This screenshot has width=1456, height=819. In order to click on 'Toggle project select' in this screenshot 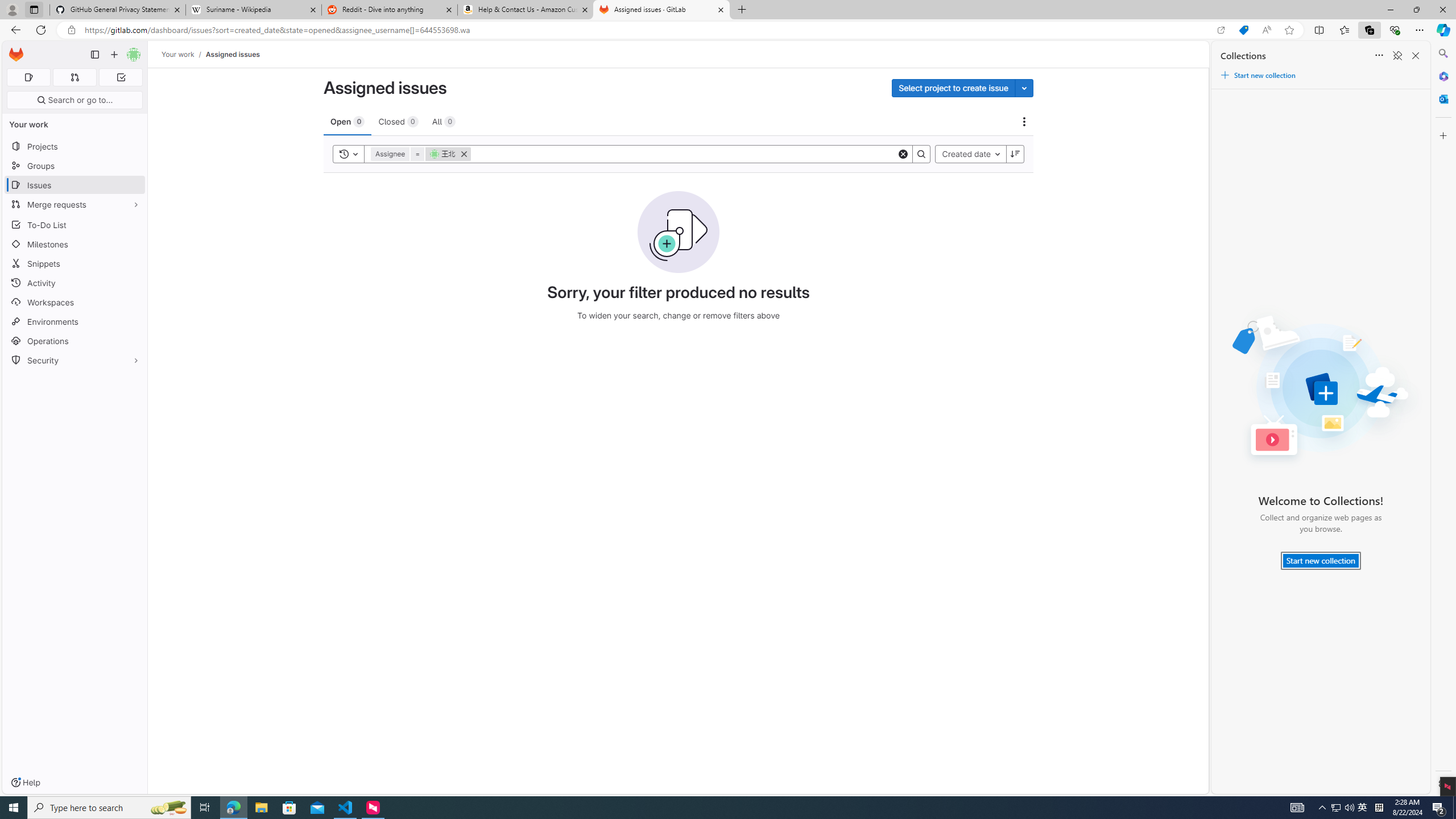, I will do `click(1023, 87)`.